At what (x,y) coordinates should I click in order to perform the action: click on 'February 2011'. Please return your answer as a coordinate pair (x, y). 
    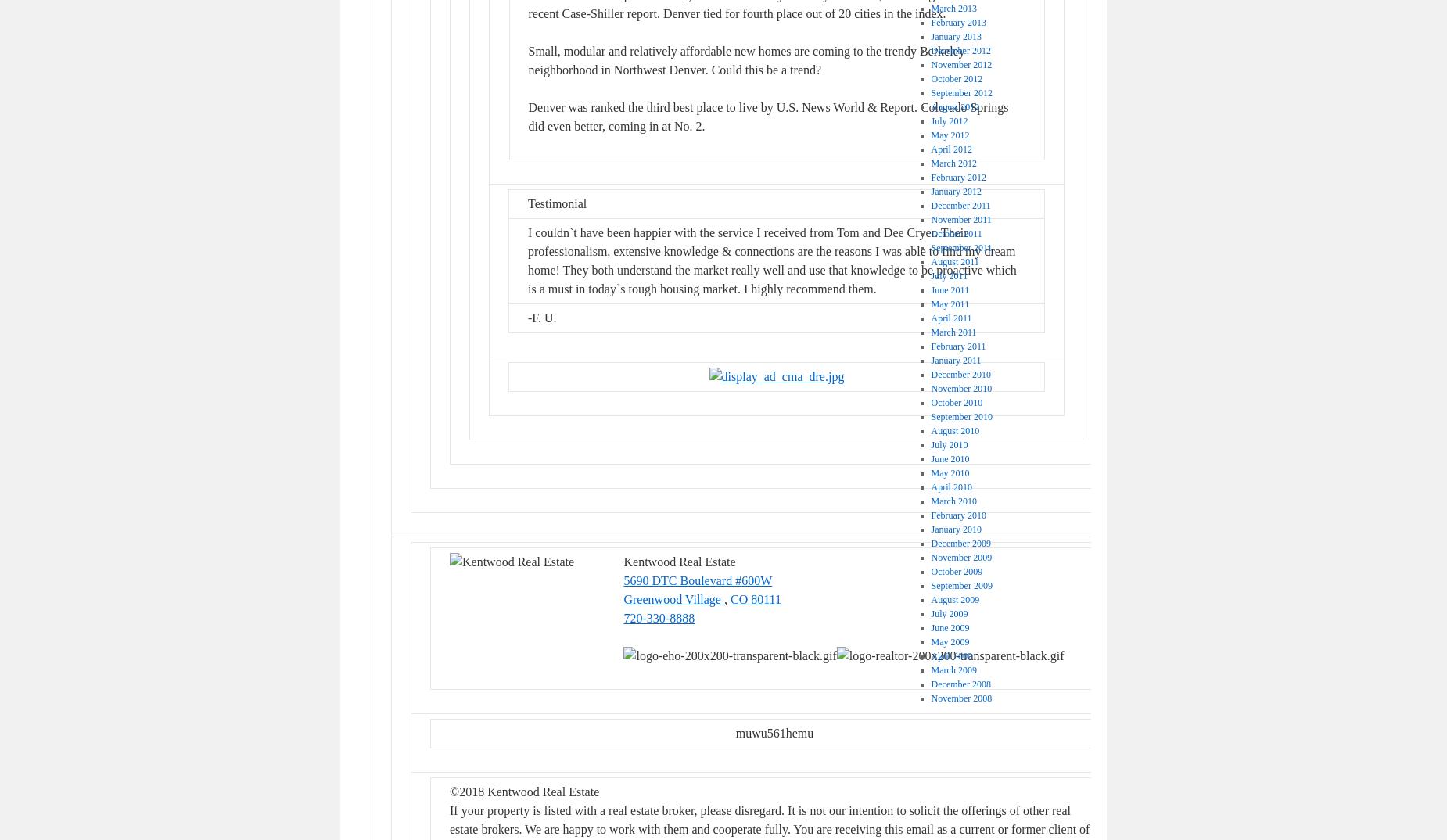
    Looking at the image, I should click on (957, 346).